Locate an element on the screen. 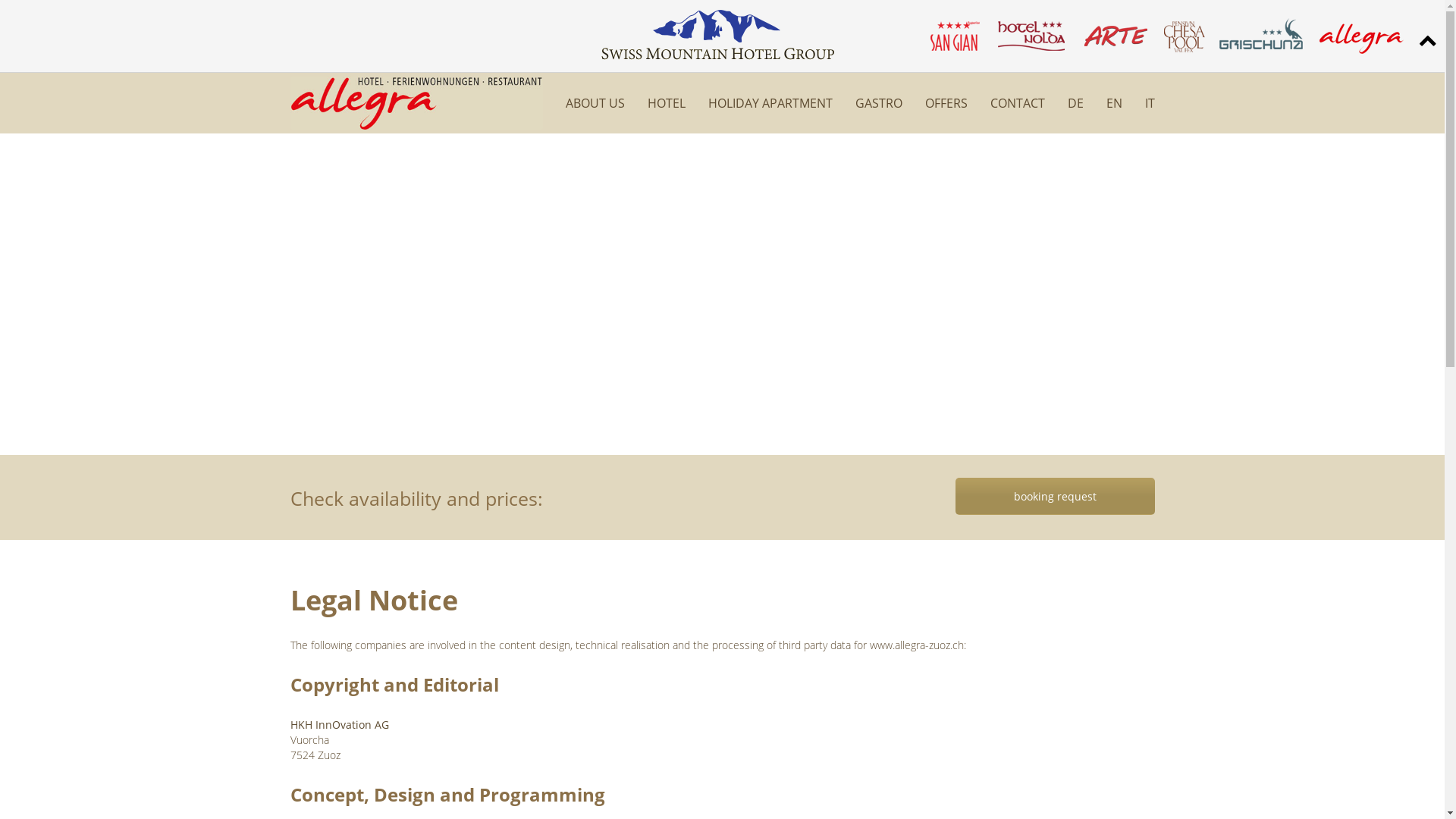  'DE' is located at coordinates (1075, 102).